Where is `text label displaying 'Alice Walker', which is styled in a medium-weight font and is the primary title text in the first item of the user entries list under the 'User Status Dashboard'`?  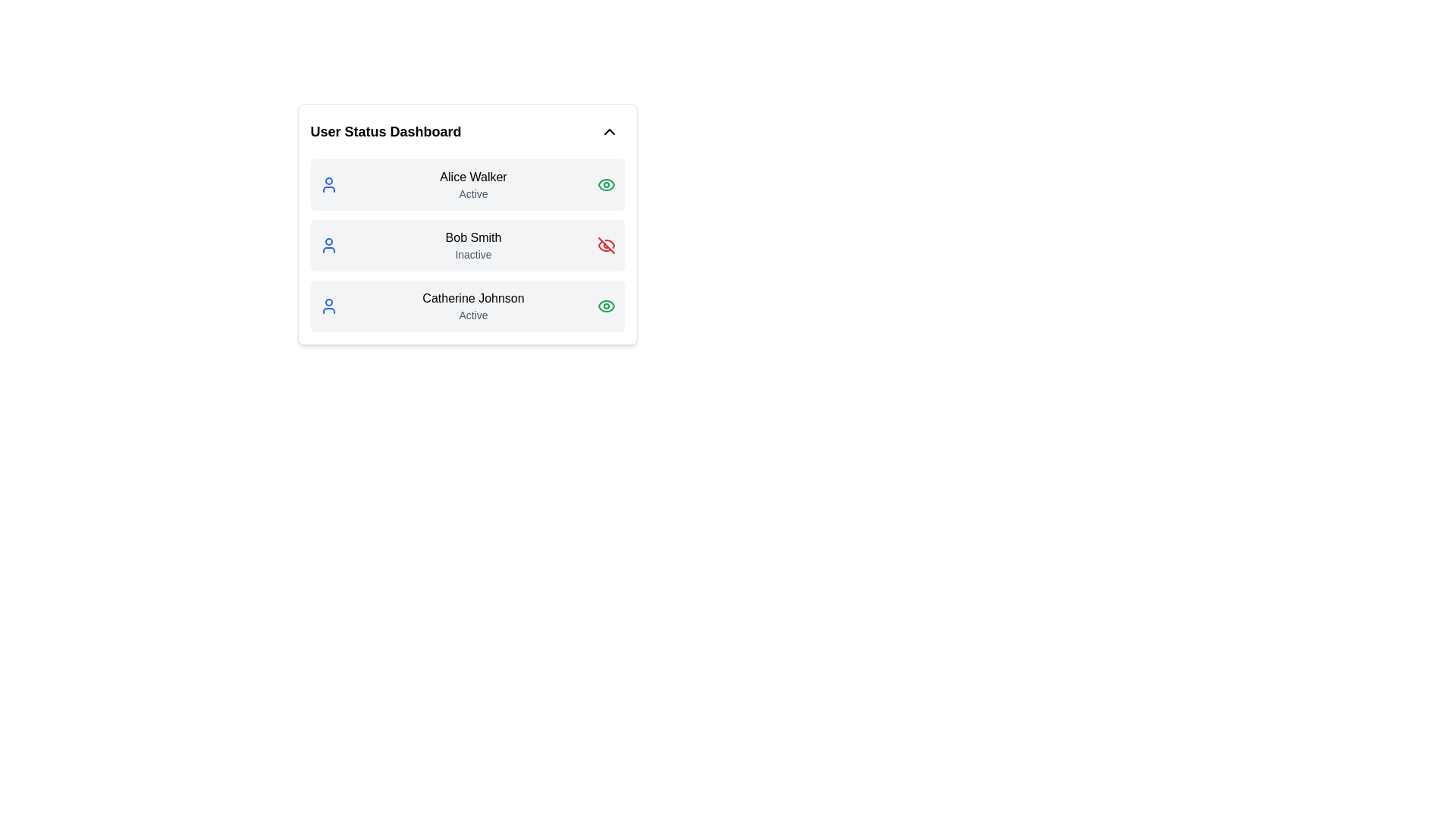 text label displaying 'Alice Walker', which is styled in a medium-weight font and is the primary title text in the first item of the user entries list under the 'User Status Dashboard' is located at coordinates (472, 177).